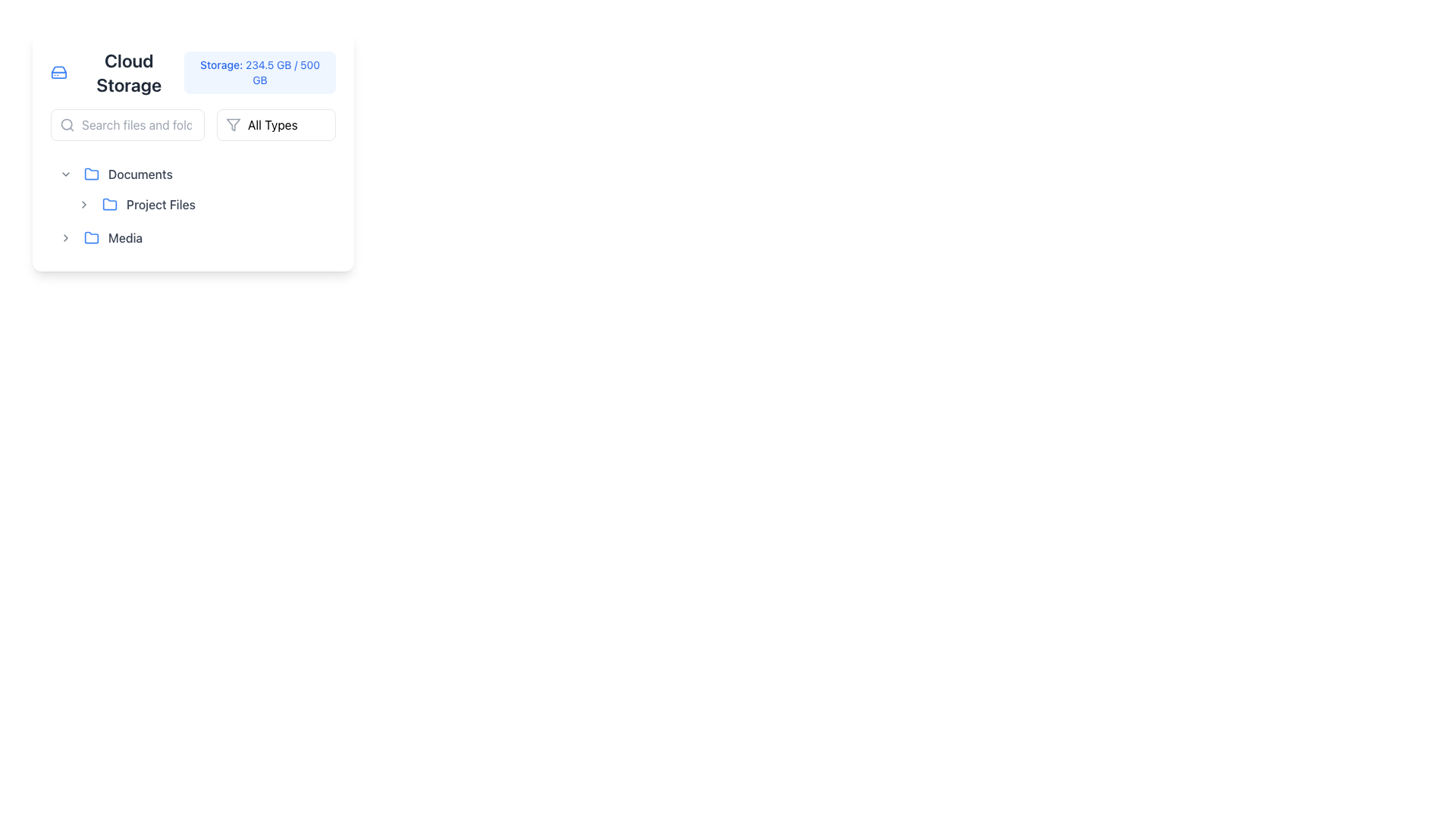 The image size is (1456, 819). What do you see at coordinates (125, 237) in the screenshot?
I see `the text label displaying 'Media', which is dark gray and part of a vertical layout` at bounding box center [125, 237].